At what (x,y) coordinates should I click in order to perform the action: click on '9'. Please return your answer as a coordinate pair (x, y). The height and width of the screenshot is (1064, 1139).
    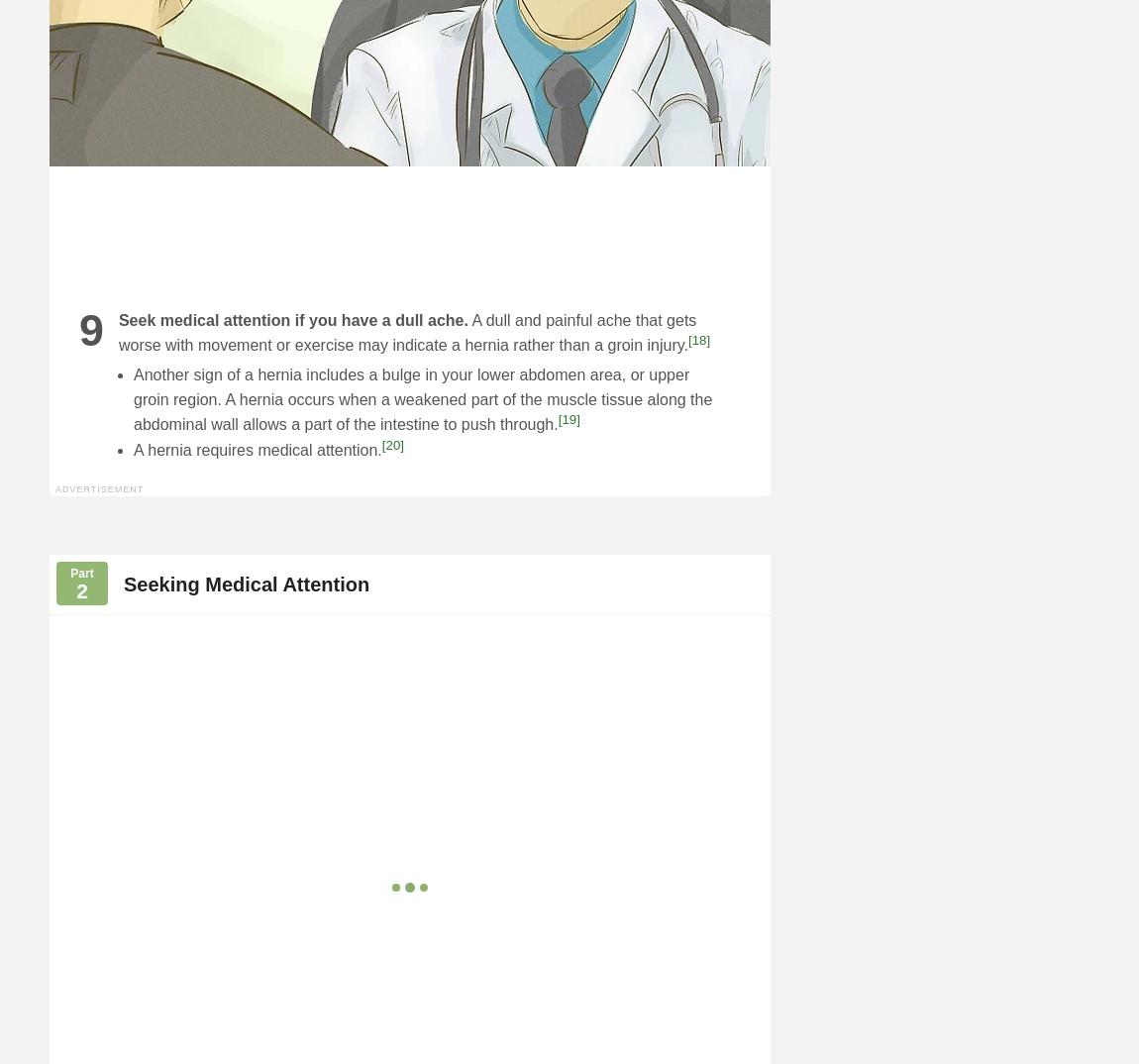
    Looking at the image, I should click on (90, 327).